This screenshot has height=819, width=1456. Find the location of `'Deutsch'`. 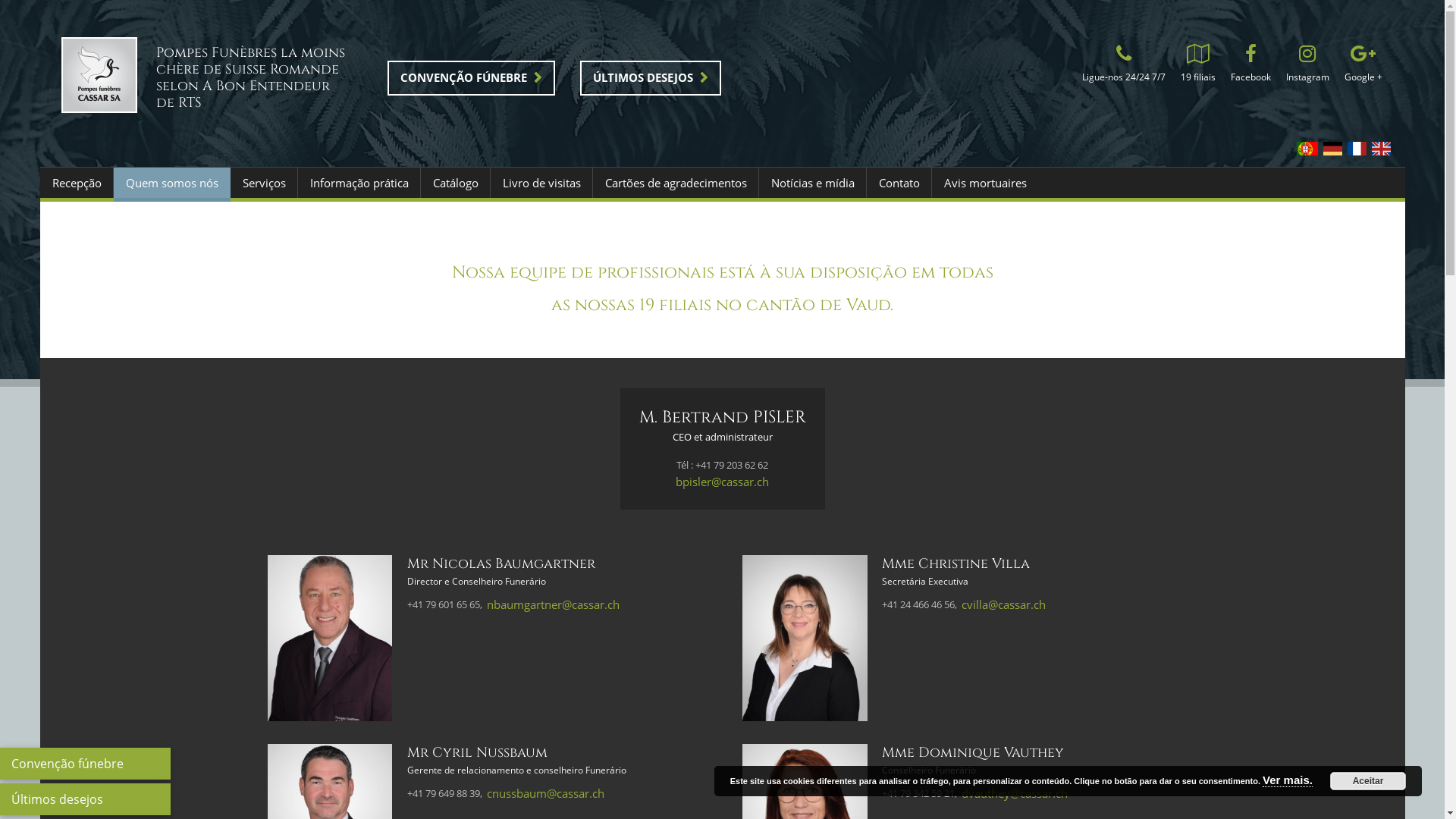

'Deutsch' is located at coordinates (1331, 149).